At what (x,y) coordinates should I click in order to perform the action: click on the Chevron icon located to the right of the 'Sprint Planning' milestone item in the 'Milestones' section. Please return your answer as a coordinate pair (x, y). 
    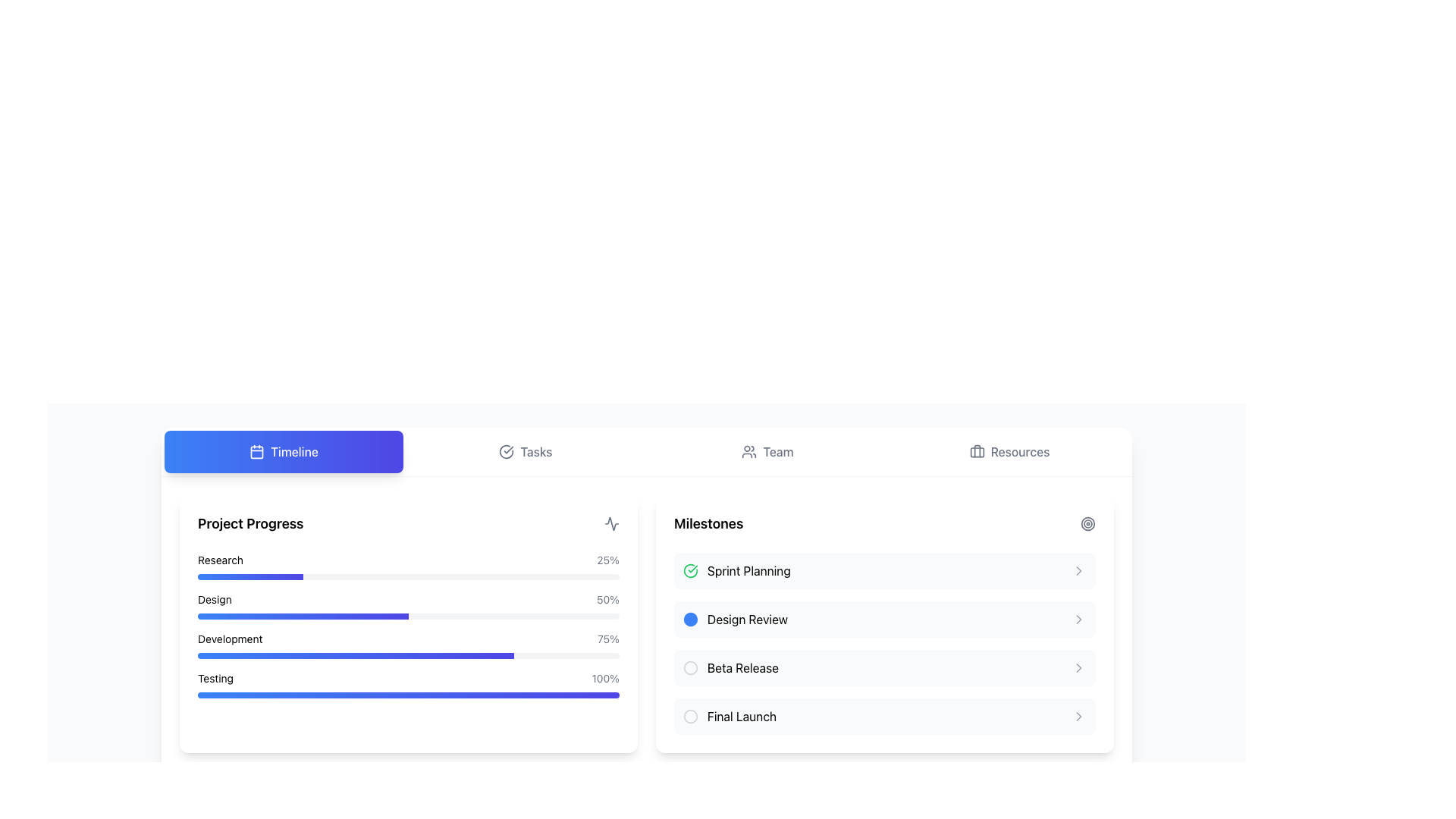
    Looking at the image, I should click on (1078, 570).